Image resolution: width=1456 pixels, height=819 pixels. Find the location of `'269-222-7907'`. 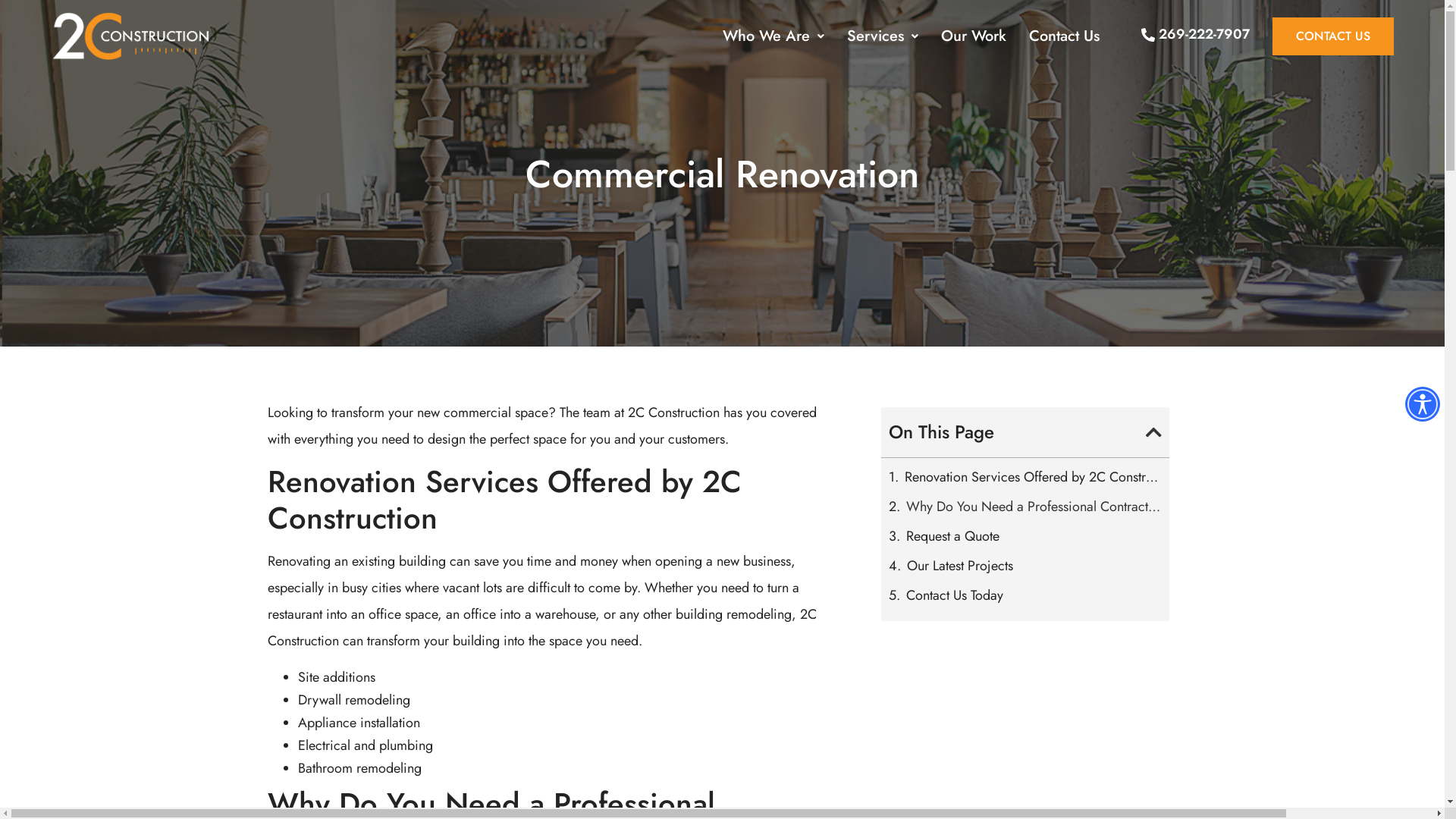

'269-222-7907' is located at coordinates (1194, 34).